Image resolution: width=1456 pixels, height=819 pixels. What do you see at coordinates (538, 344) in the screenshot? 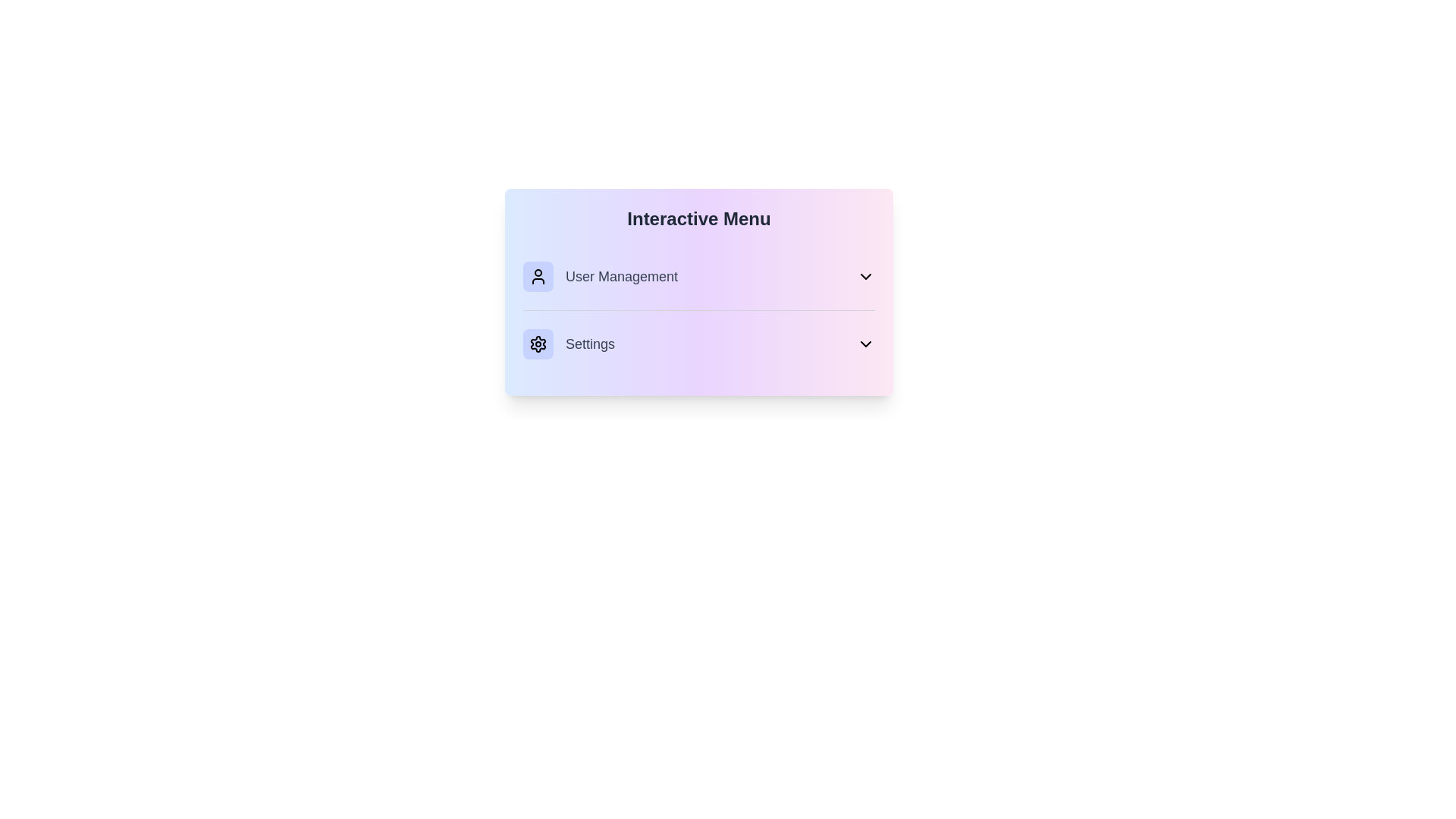
I see `the menu item Settings` at bounding box center [538, 344].